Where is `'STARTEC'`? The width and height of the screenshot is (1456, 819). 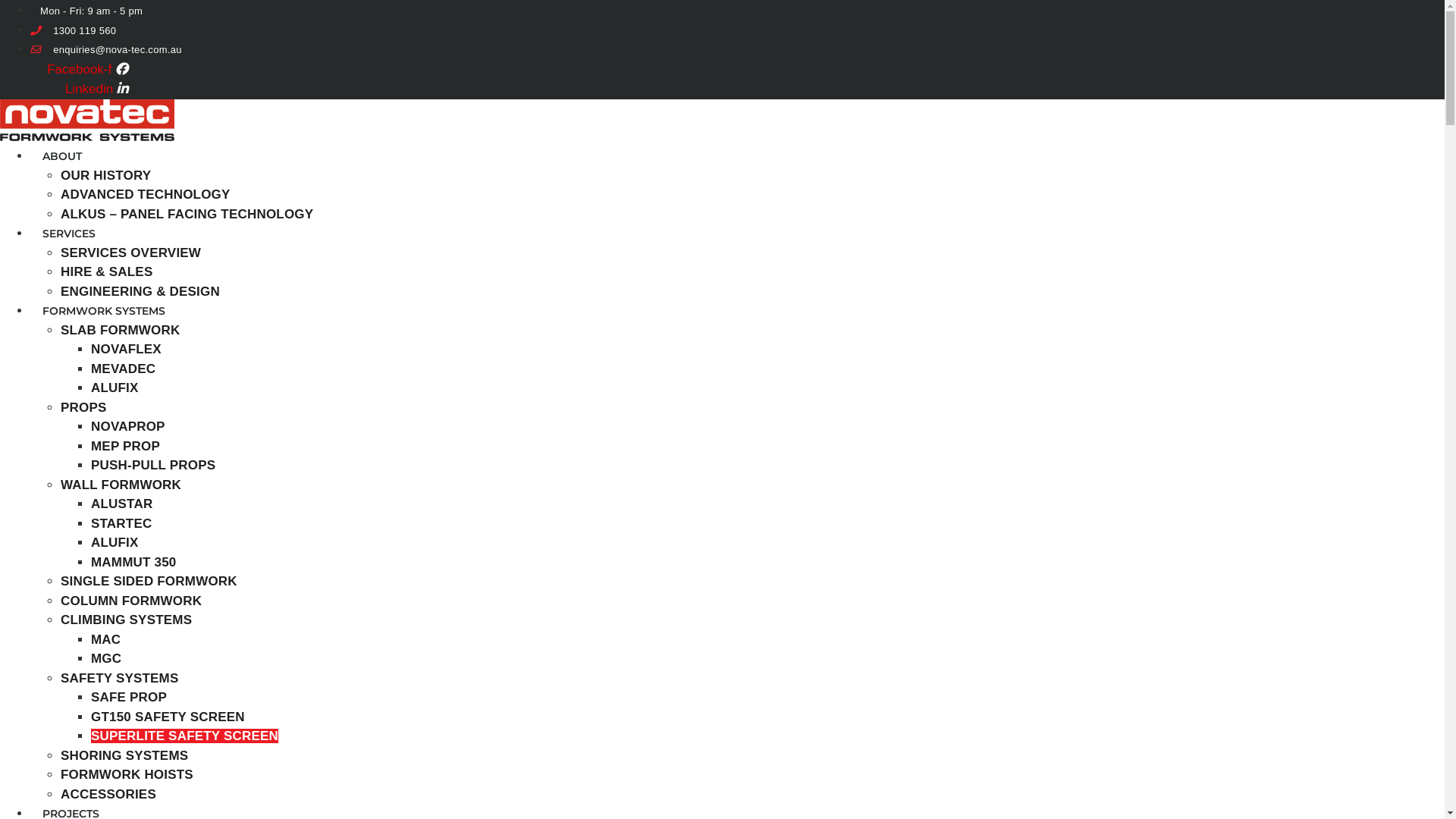 'STARTEC' is located at coordinates (120, 522).